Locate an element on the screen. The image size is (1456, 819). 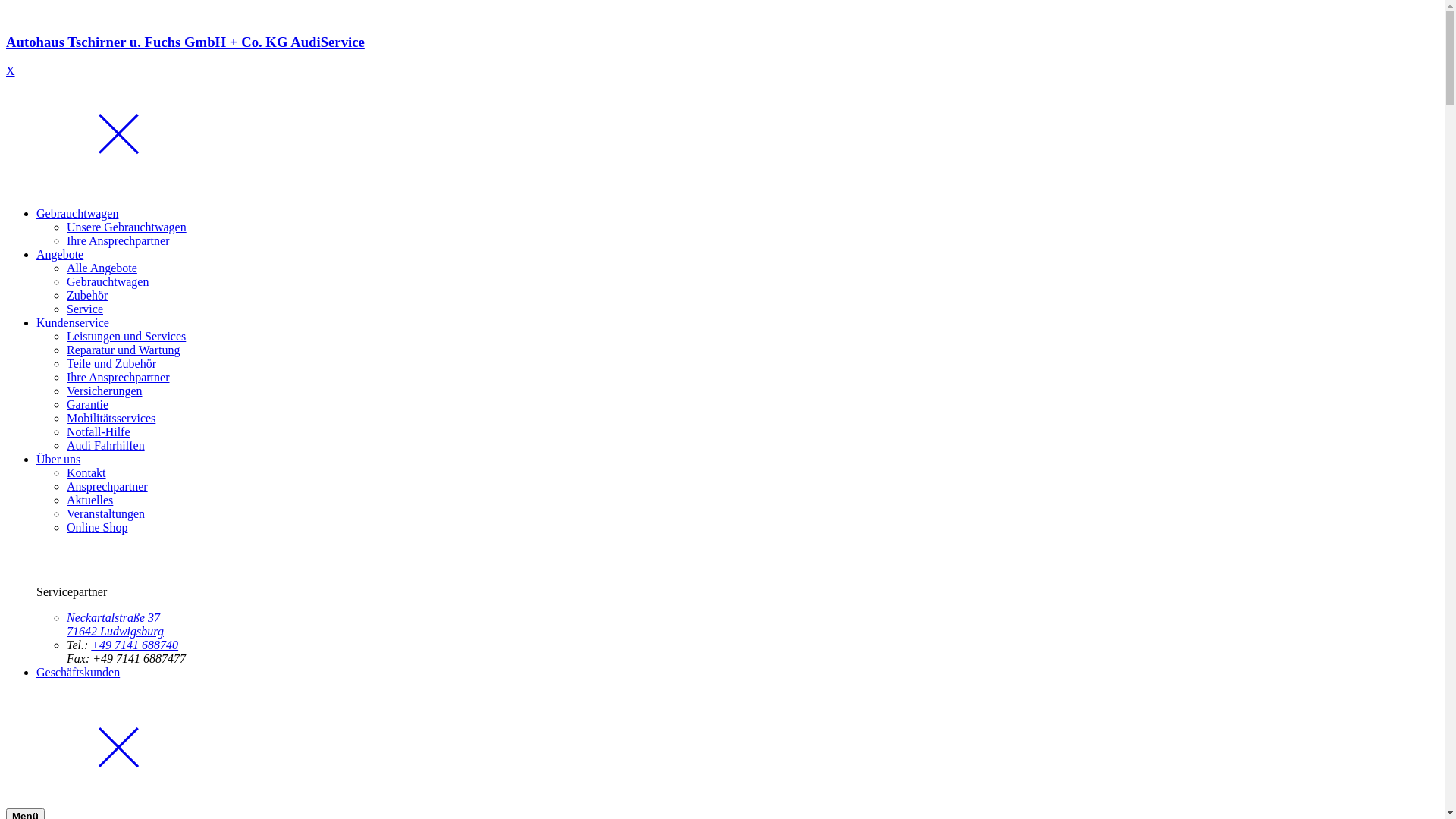
'Aktuelles' is located at coordinates (89, 500).